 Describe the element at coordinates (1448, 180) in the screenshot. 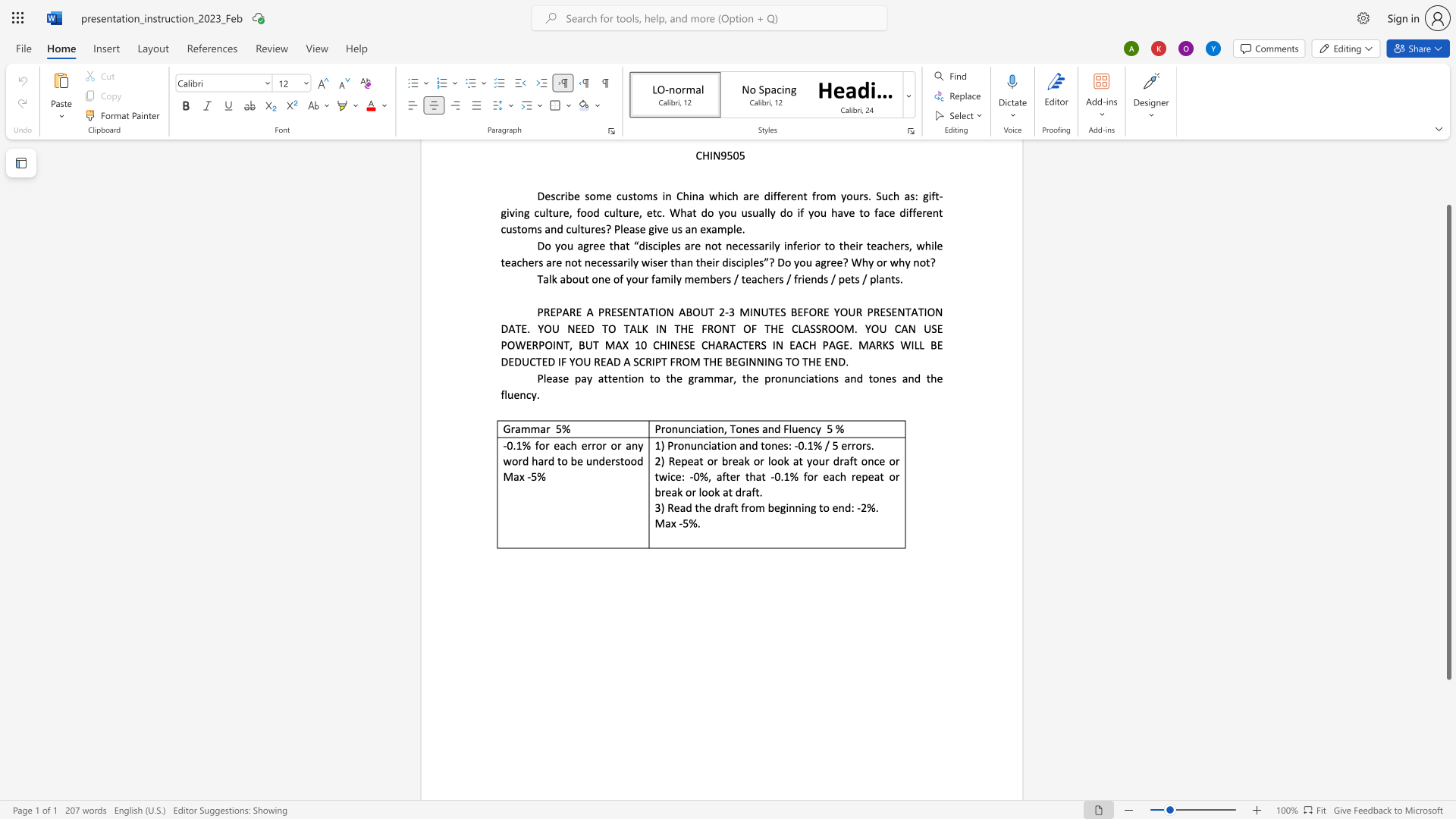

I see `the scrollbar on the right to move the page upward` at that location.